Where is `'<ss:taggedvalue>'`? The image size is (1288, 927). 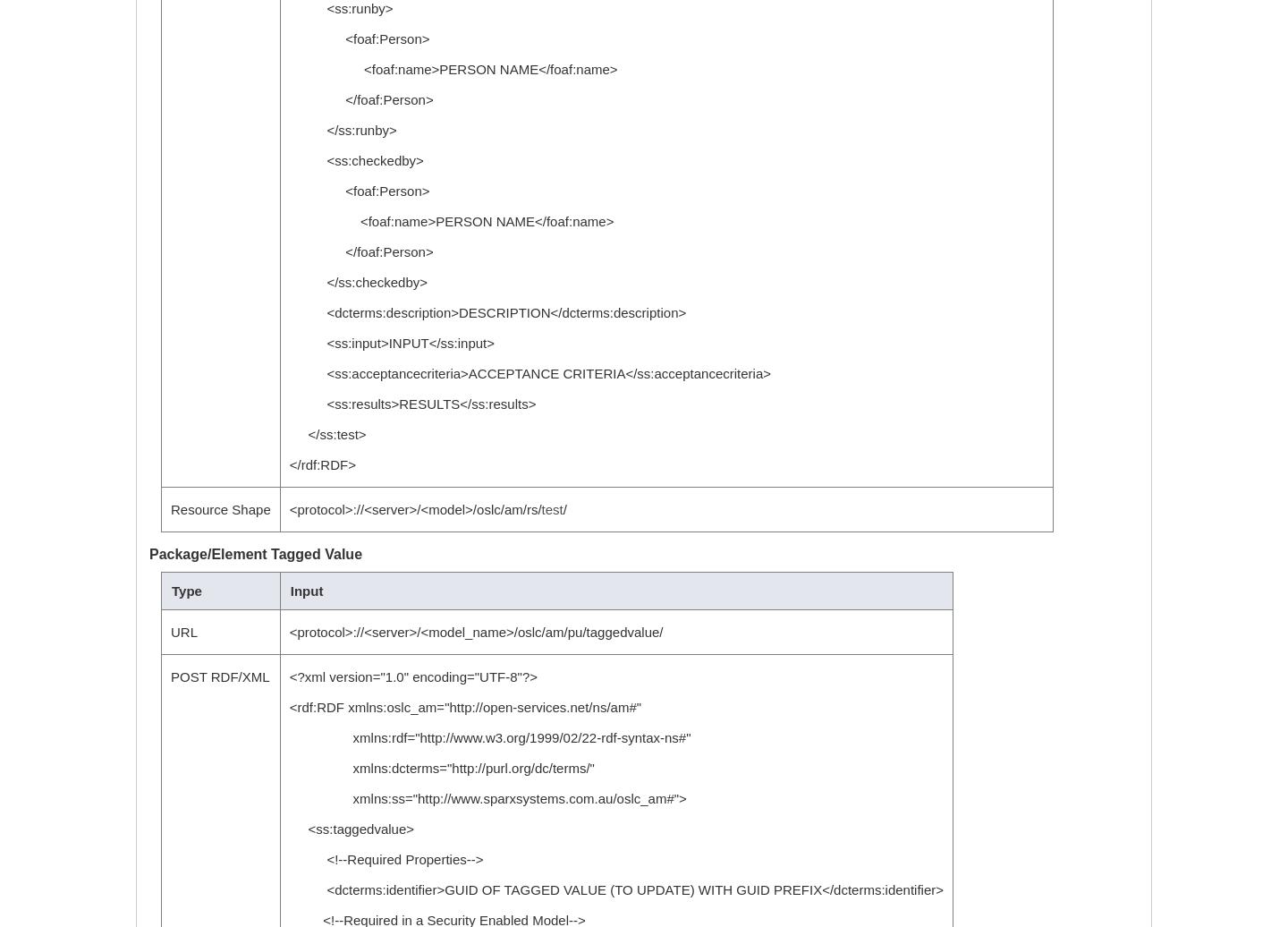
'<ss:taggedvalue>' is located at coordinates (350, 829).